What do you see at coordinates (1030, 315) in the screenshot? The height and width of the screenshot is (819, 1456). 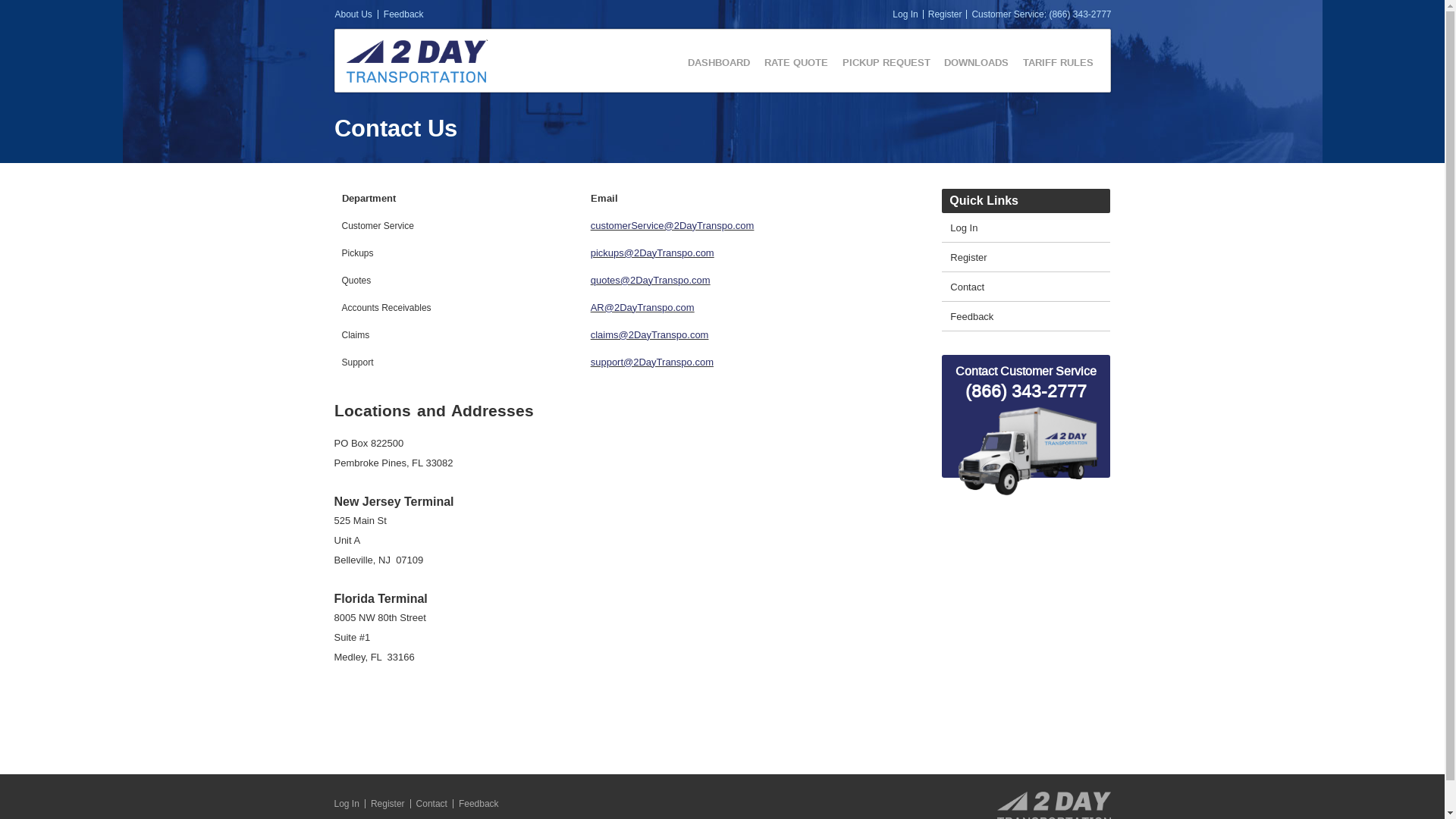 I see `'Feedback'` at bounding box center [1030, 315].